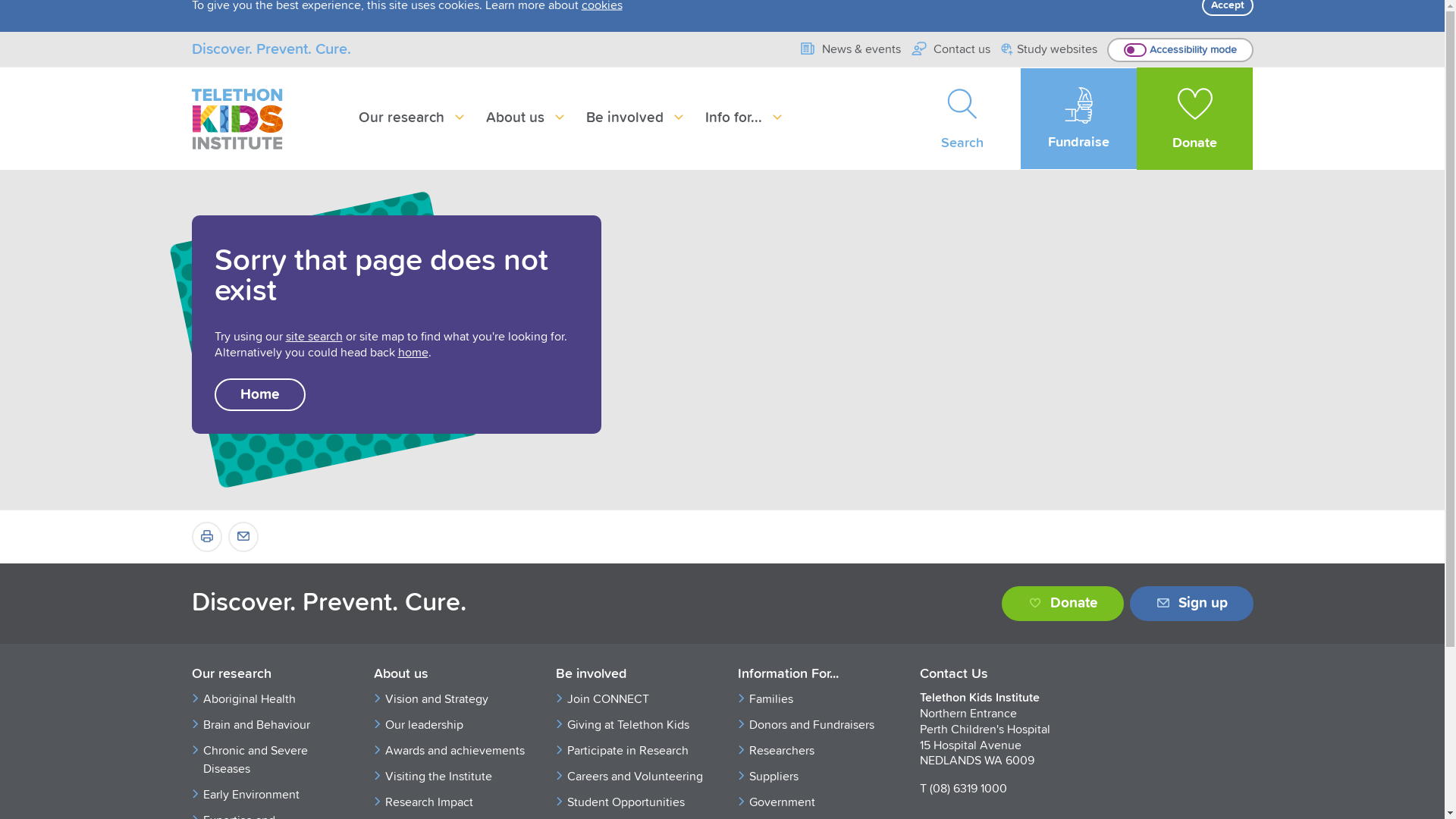 This screenshot has width=1456, height=819. Describe the element at coordinates (1048, 49) in the screenshot. I see `'Study websites'` at that location.